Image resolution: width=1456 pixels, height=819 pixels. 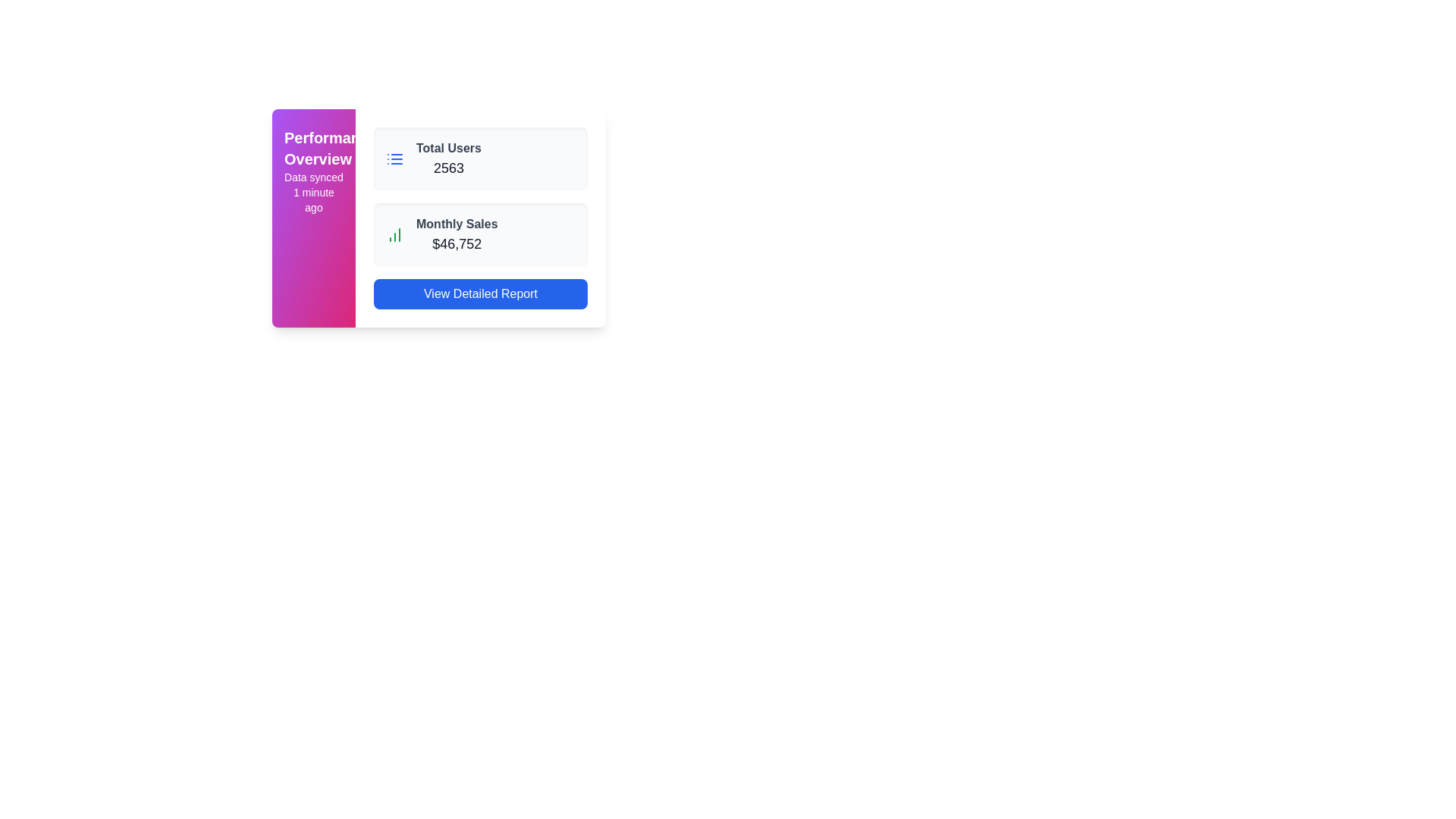 I want to click on the bold, white 'Performance Overview' static text displayed on a gradient background transitioning from purple to pink, located above the 'Data synced 1 minute ago' text, so click(x=312, y=149).